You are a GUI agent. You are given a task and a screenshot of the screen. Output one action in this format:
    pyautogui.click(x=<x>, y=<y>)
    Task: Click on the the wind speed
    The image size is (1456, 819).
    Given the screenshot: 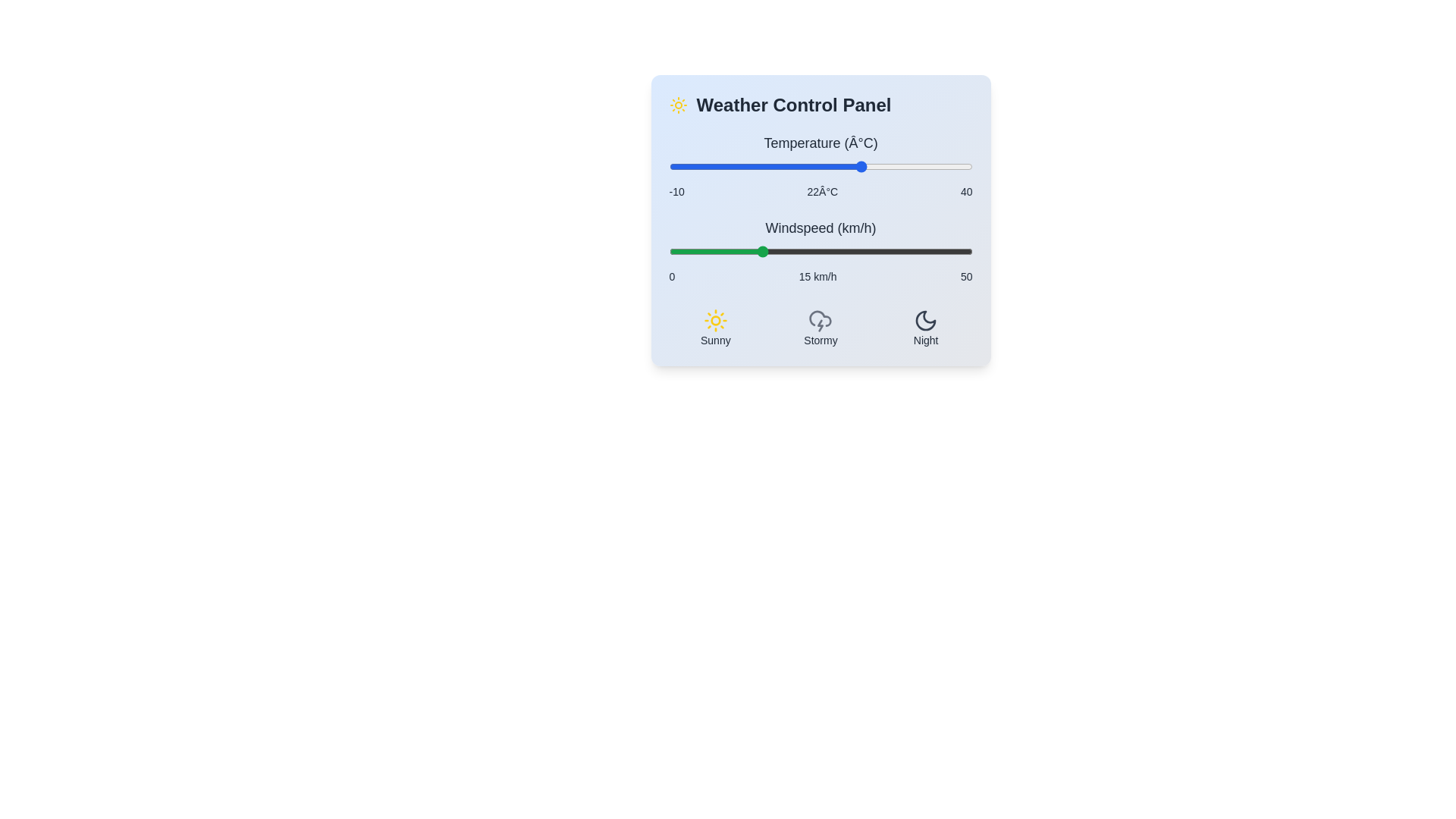 What is the action you would take?
    pyautogui.click(x=893, y=250)
    